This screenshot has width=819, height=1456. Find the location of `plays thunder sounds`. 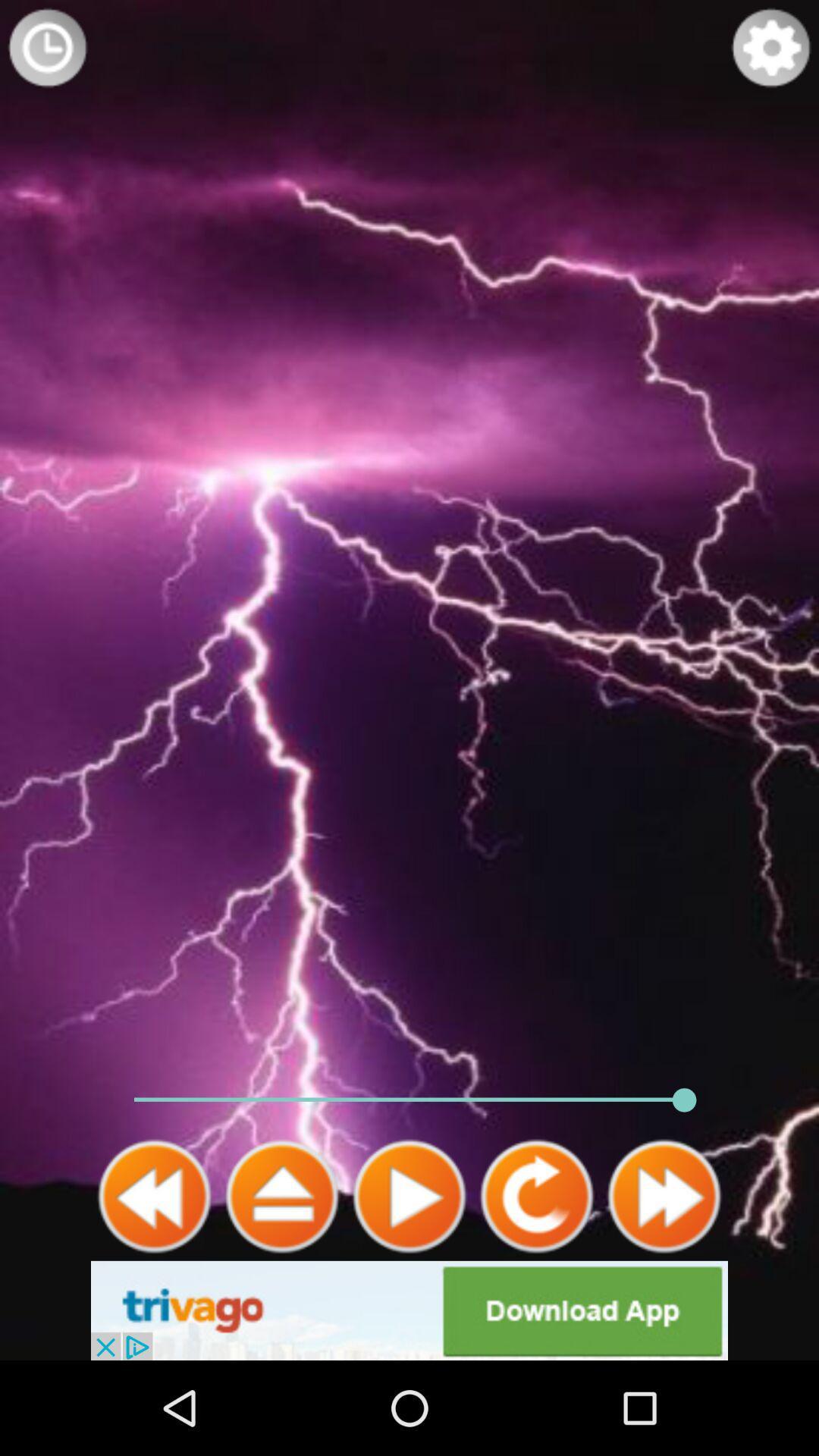

plays thunder sounds is located at coordinates (409, 1196).